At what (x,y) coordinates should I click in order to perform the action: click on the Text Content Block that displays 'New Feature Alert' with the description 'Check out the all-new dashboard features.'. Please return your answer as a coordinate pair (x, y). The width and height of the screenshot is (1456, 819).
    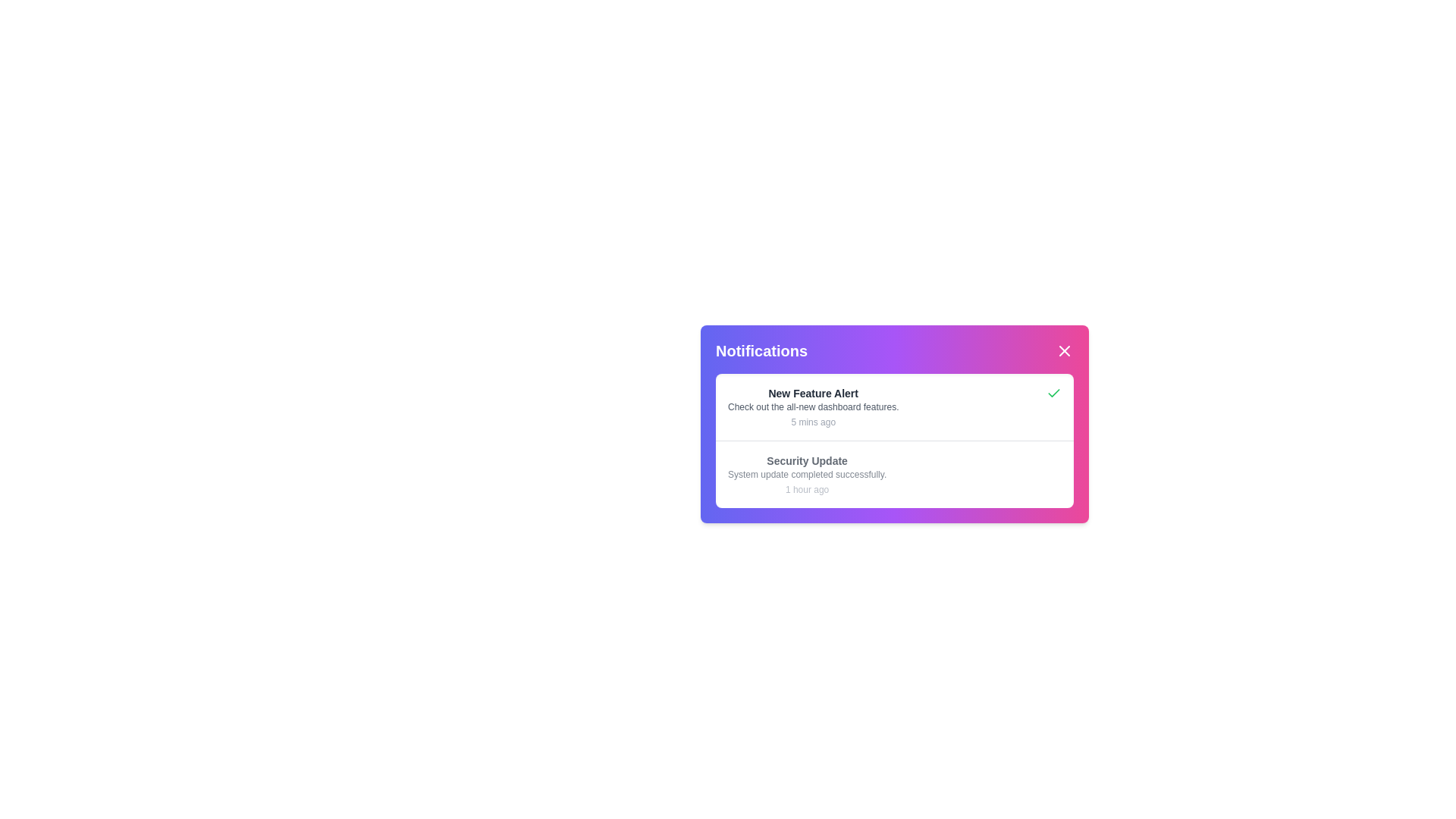
    Looking at the image, I should click on (812, 406).